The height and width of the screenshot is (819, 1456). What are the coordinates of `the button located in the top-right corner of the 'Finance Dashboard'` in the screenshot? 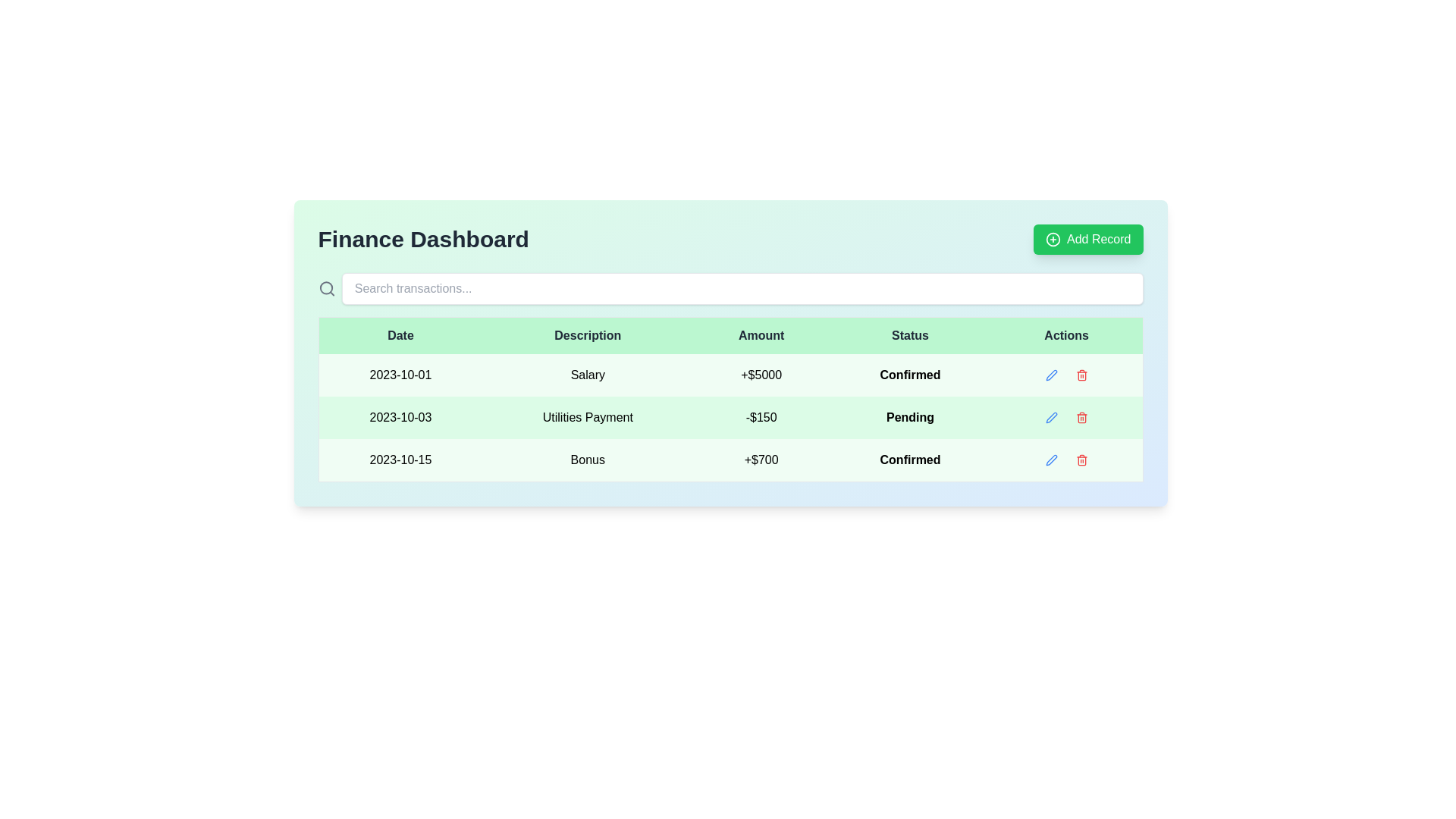 It's located at (1087, 239).